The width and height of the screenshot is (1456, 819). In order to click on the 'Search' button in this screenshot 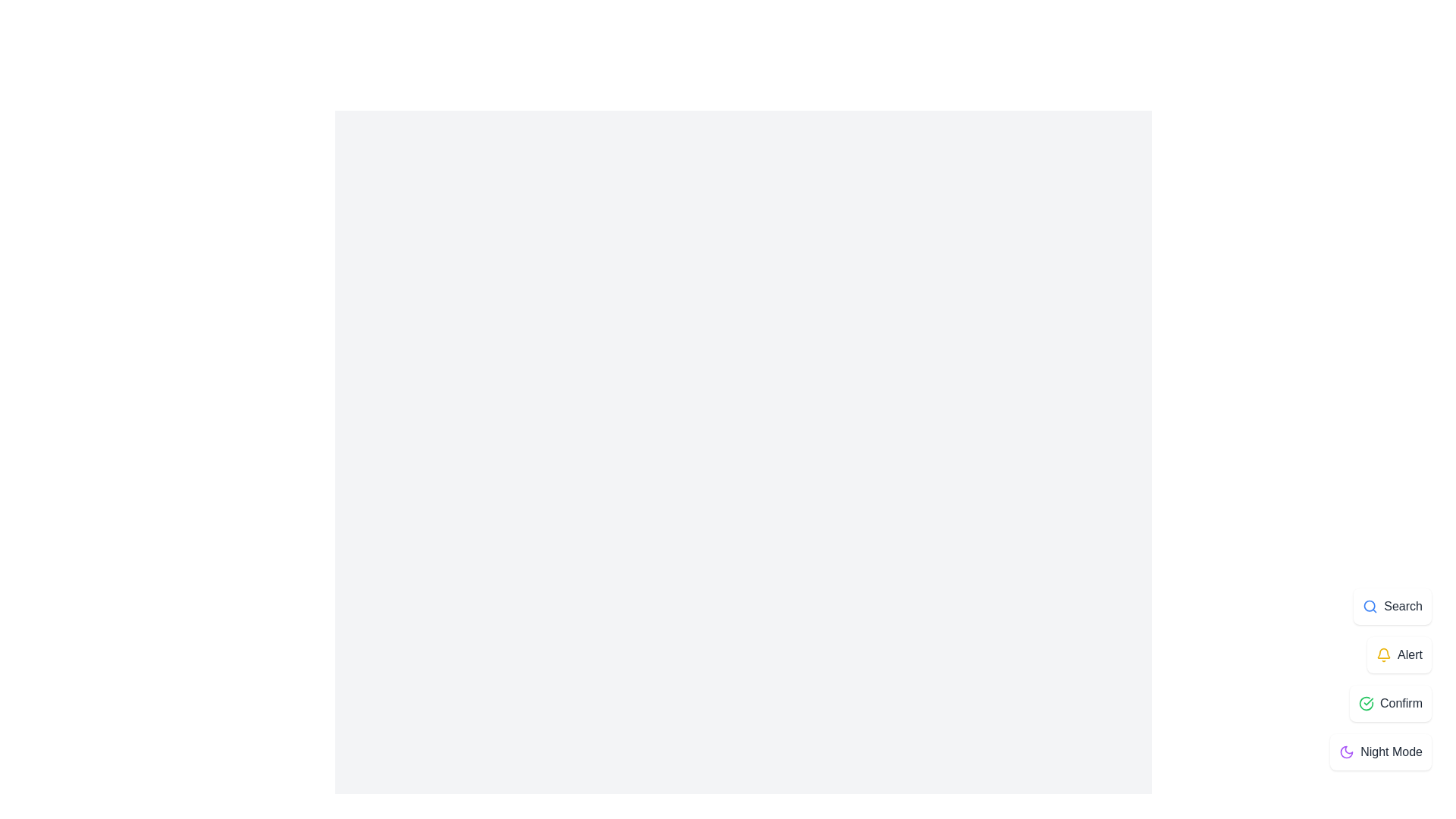, I will do `click(1392, 605)`.